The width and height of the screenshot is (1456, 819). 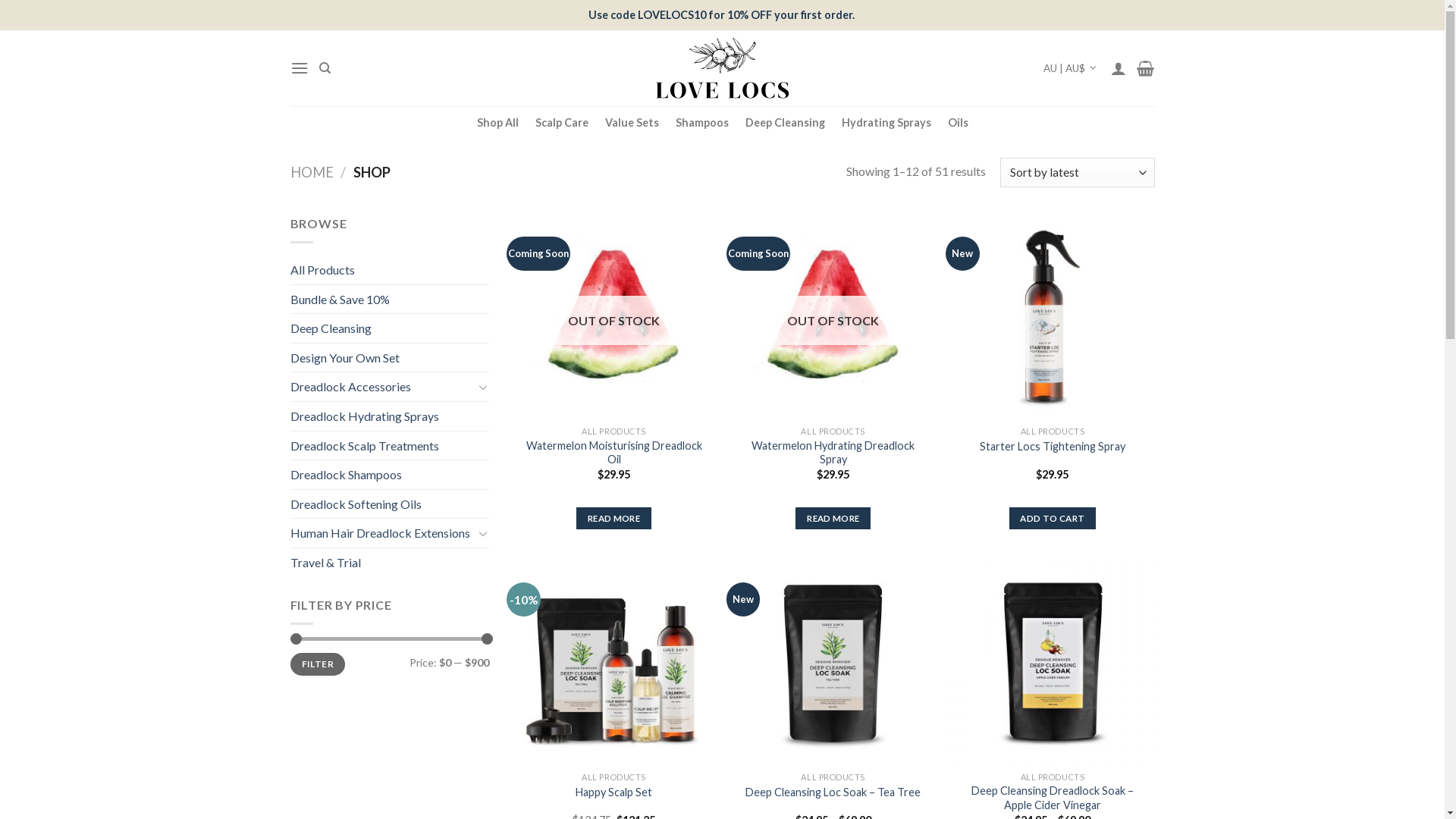 What do you see at coordinates (613, 792) in the screenshot?
I see `'Happy Scalp Set'` at bounding box center [613, 792].